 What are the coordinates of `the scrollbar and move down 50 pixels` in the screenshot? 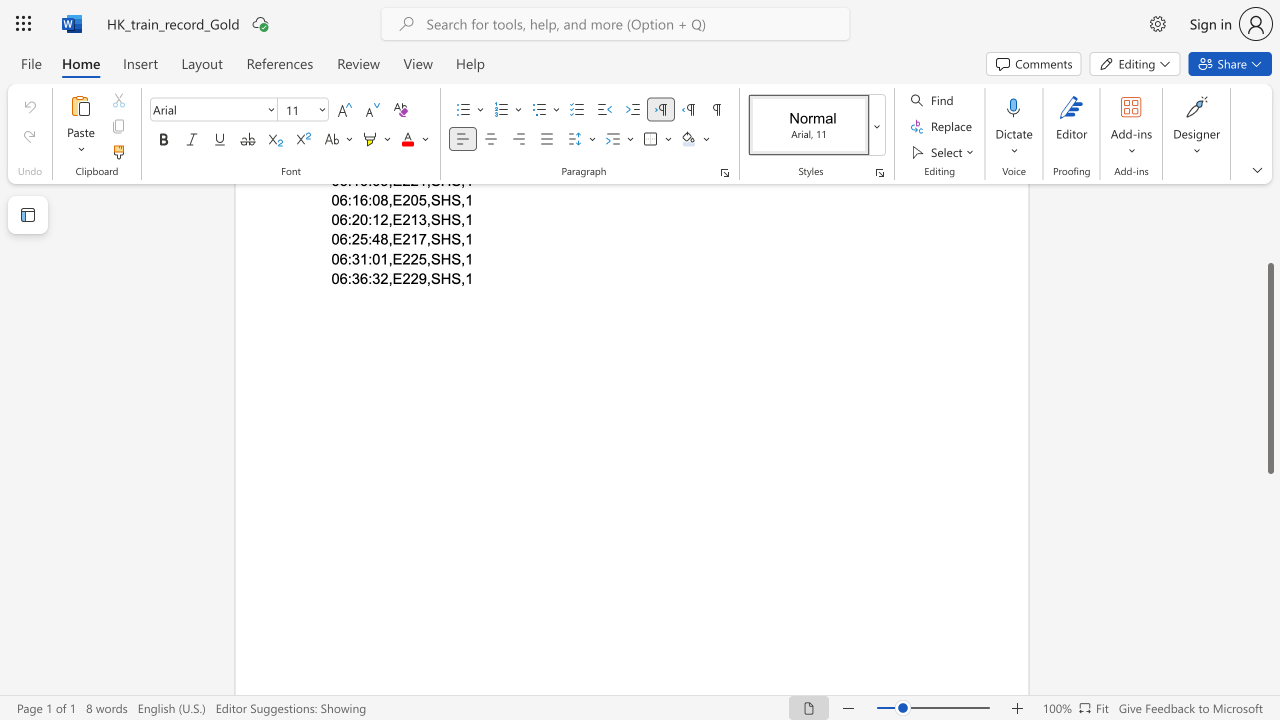 It's located at (1269, 368).